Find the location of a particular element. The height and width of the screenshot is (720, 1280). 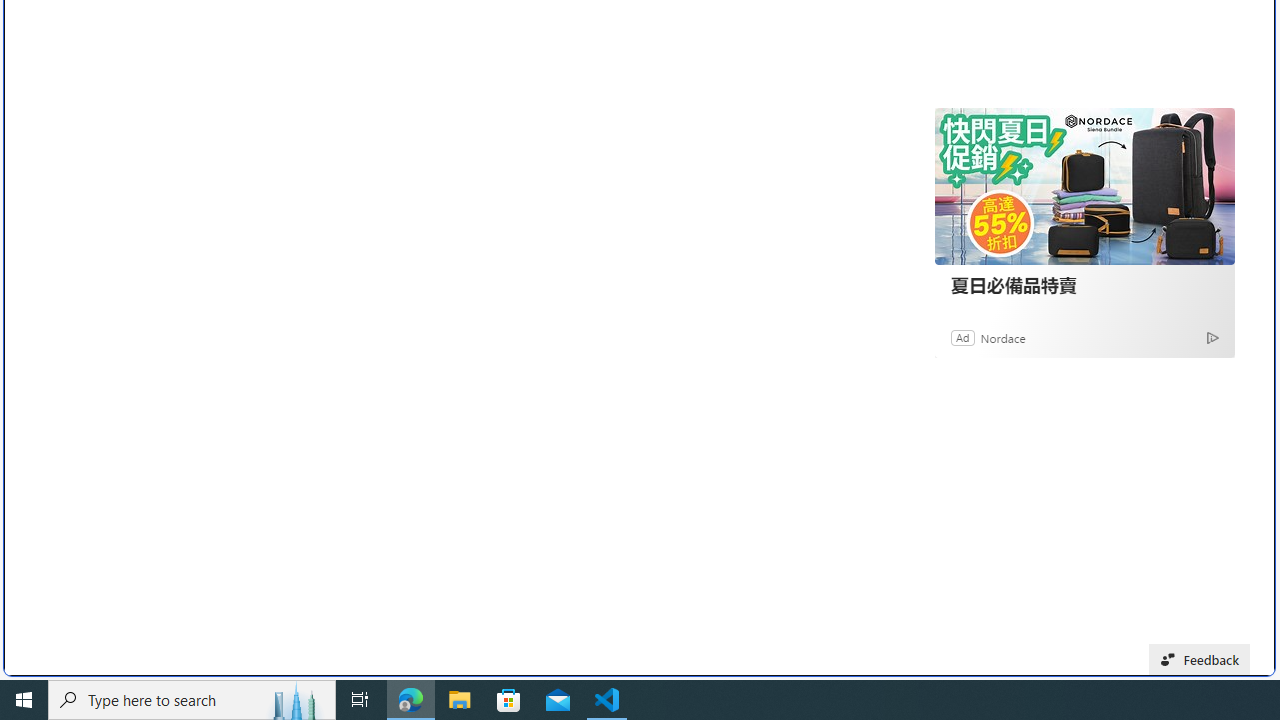

'Ad' is located at coordinates (963, 336).